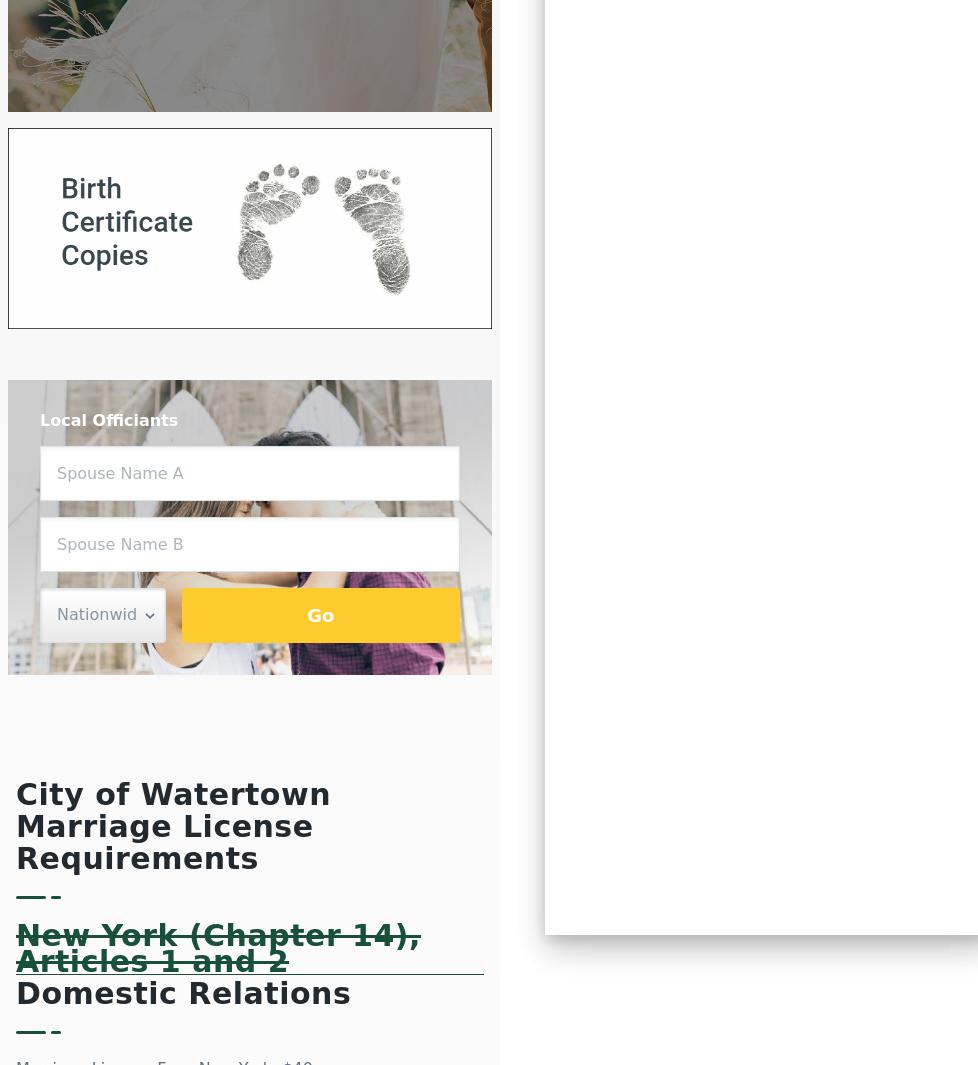 The height and width of the screenshot is (1065, 978). I want to click on 'Marriage License Requirements', so click(164, 842).